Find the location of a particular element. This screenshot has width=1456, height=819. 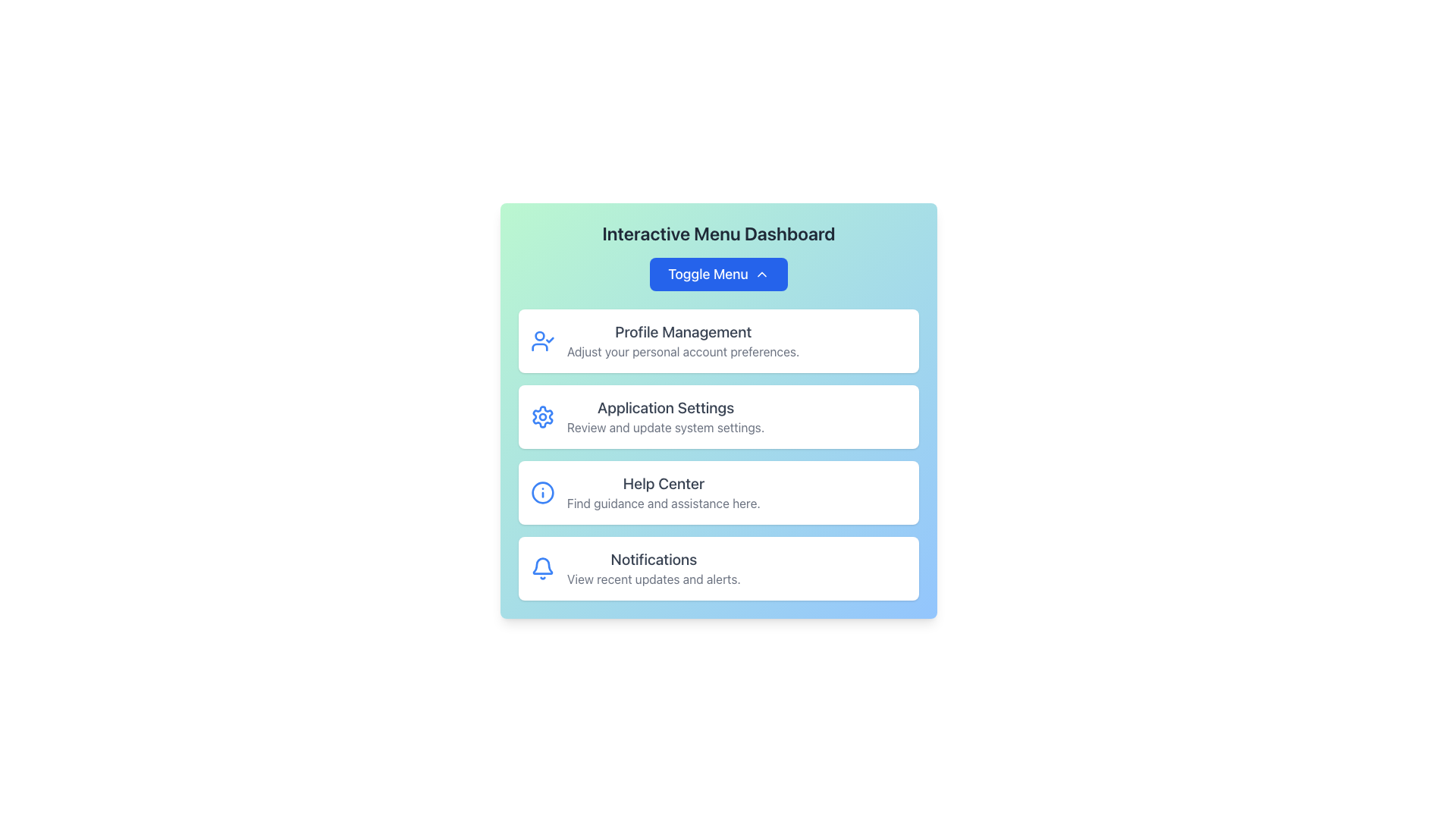

the text label displaying the title 'Application Settings', which is styled in a larger bold font and is dark gray in color, positioned between 'Profile Management' and 'Help Center' is located at coordinates (666, 406).